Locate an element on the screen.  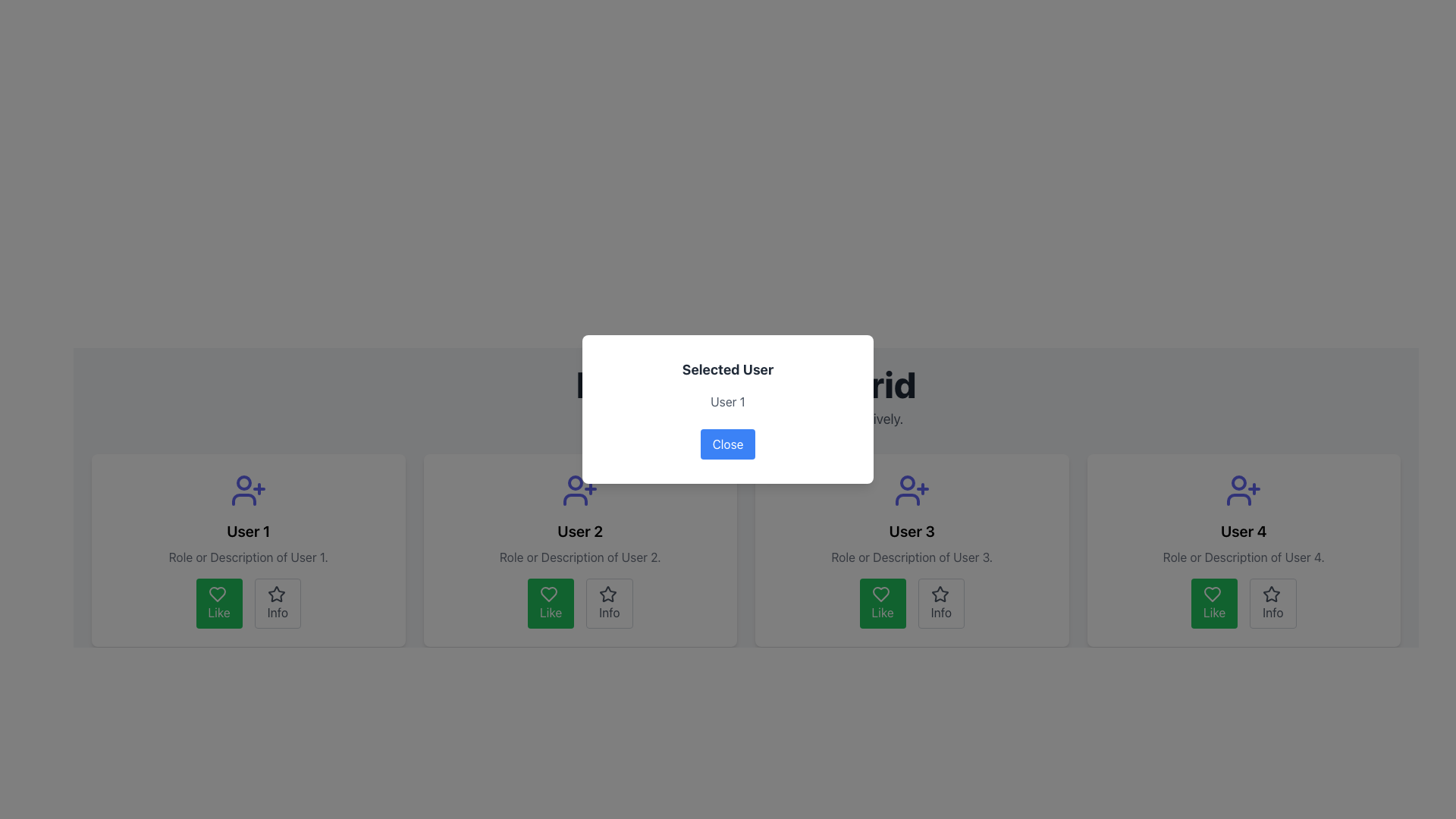
the 'Like' button on the grouped button control located below the user details for 'User 1' to express interest is located at coordinates (248, 602).